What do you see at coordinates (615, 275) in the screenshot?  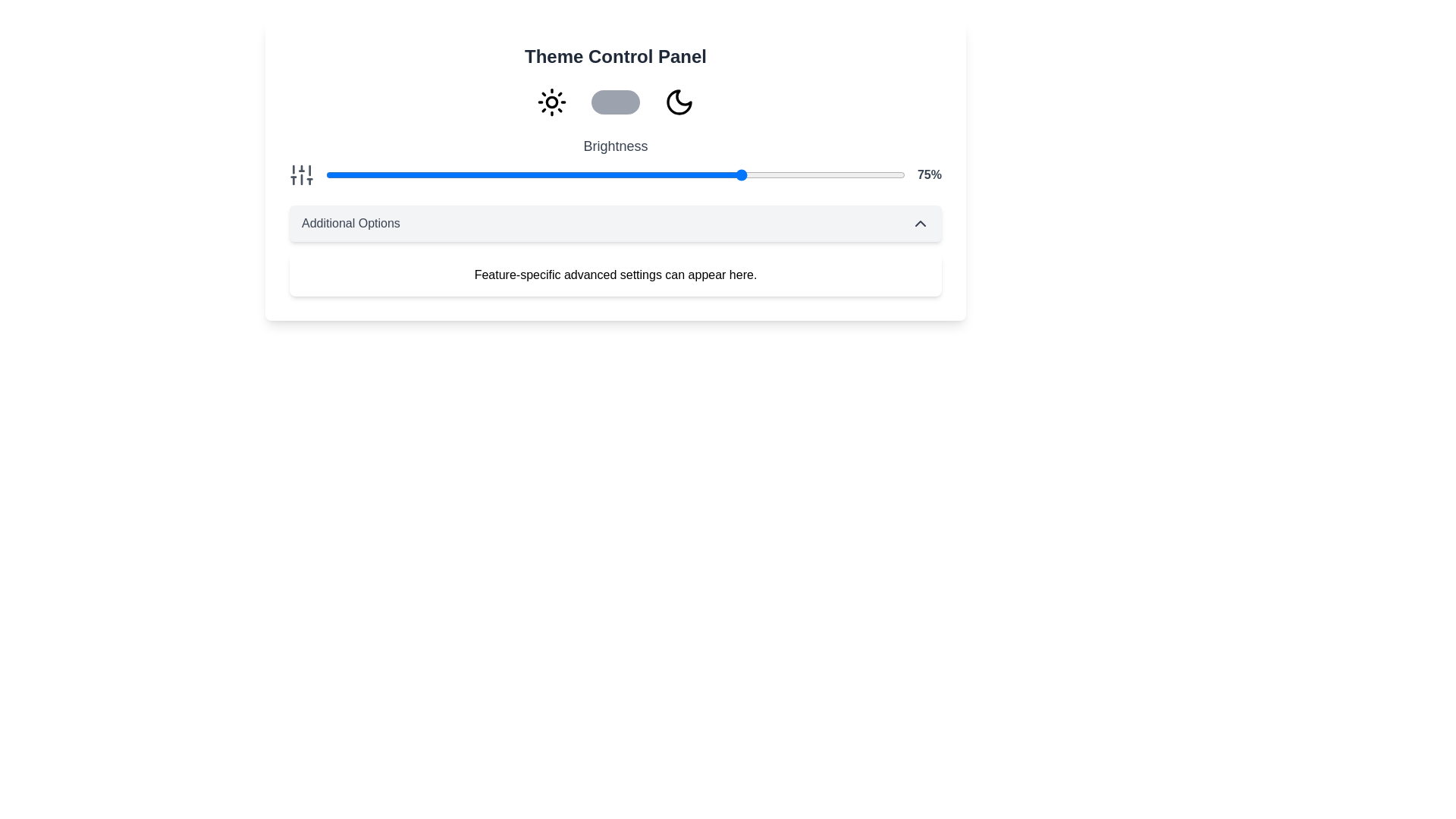 I see `the Informational text box located directly below the 'Additional Options' section` at bounding box center [615, 275].